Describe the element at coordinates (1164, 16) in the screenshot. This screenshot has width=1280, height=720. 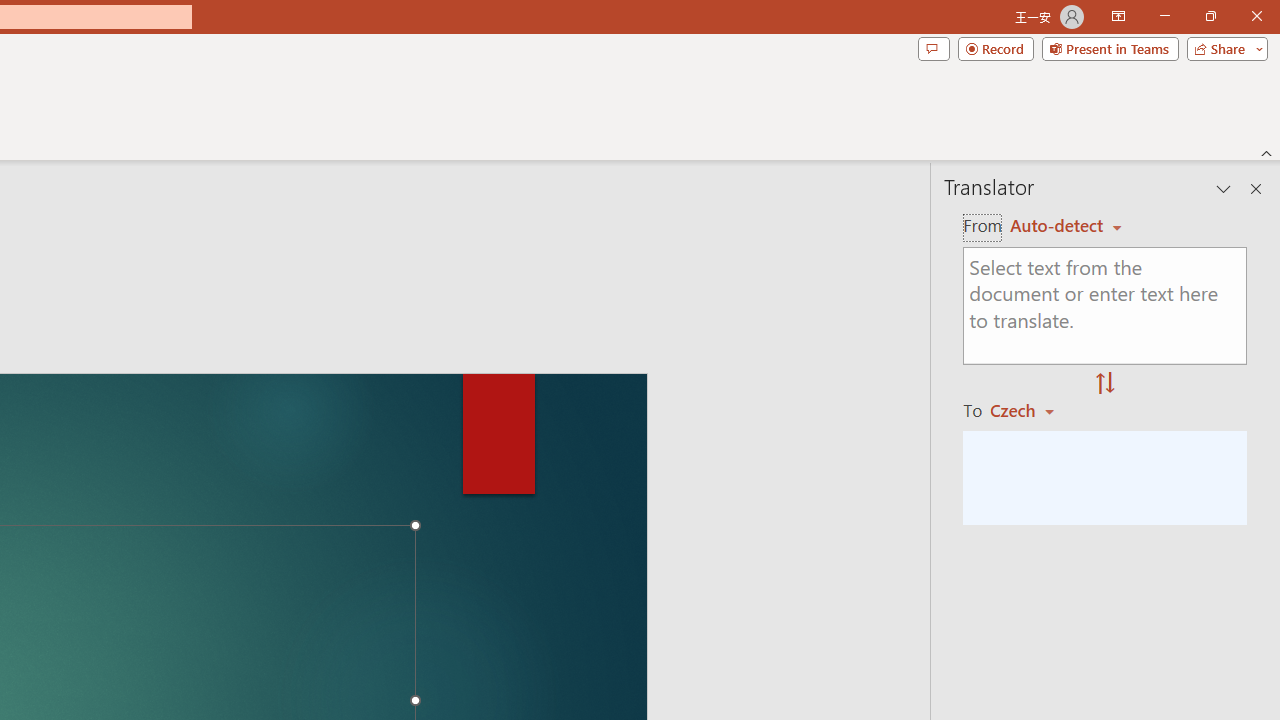
I see `'Minimize'` at that location.